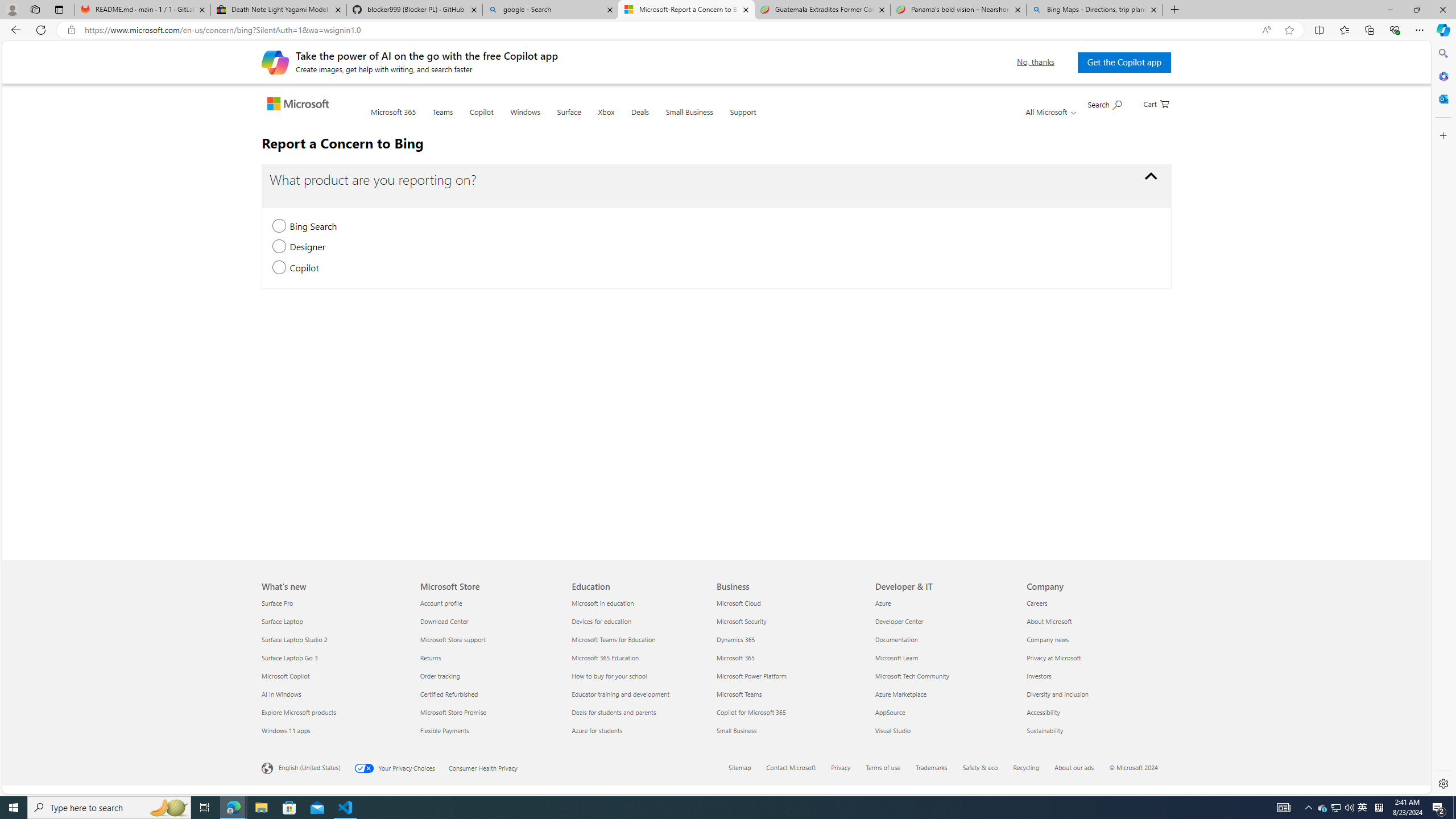 This screenshot has height=819, width=1456. Describe the element at coordinates (610, 675) in the screenshot. I see `'How to buy for your school Education'` at that location.